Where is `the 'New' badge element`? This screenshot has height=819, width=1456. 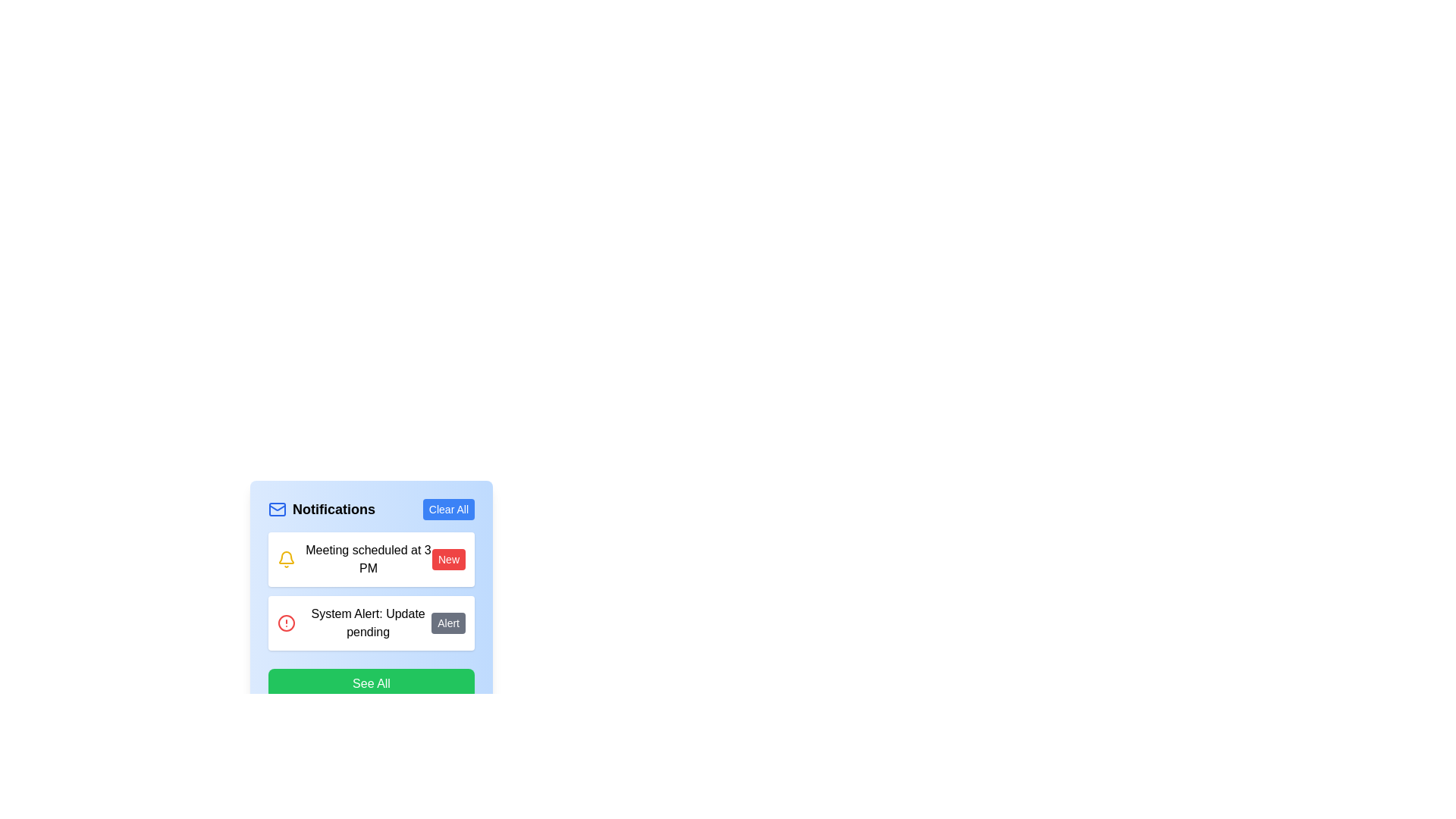 the 'New' badge element is located at coordinates (447, 559).